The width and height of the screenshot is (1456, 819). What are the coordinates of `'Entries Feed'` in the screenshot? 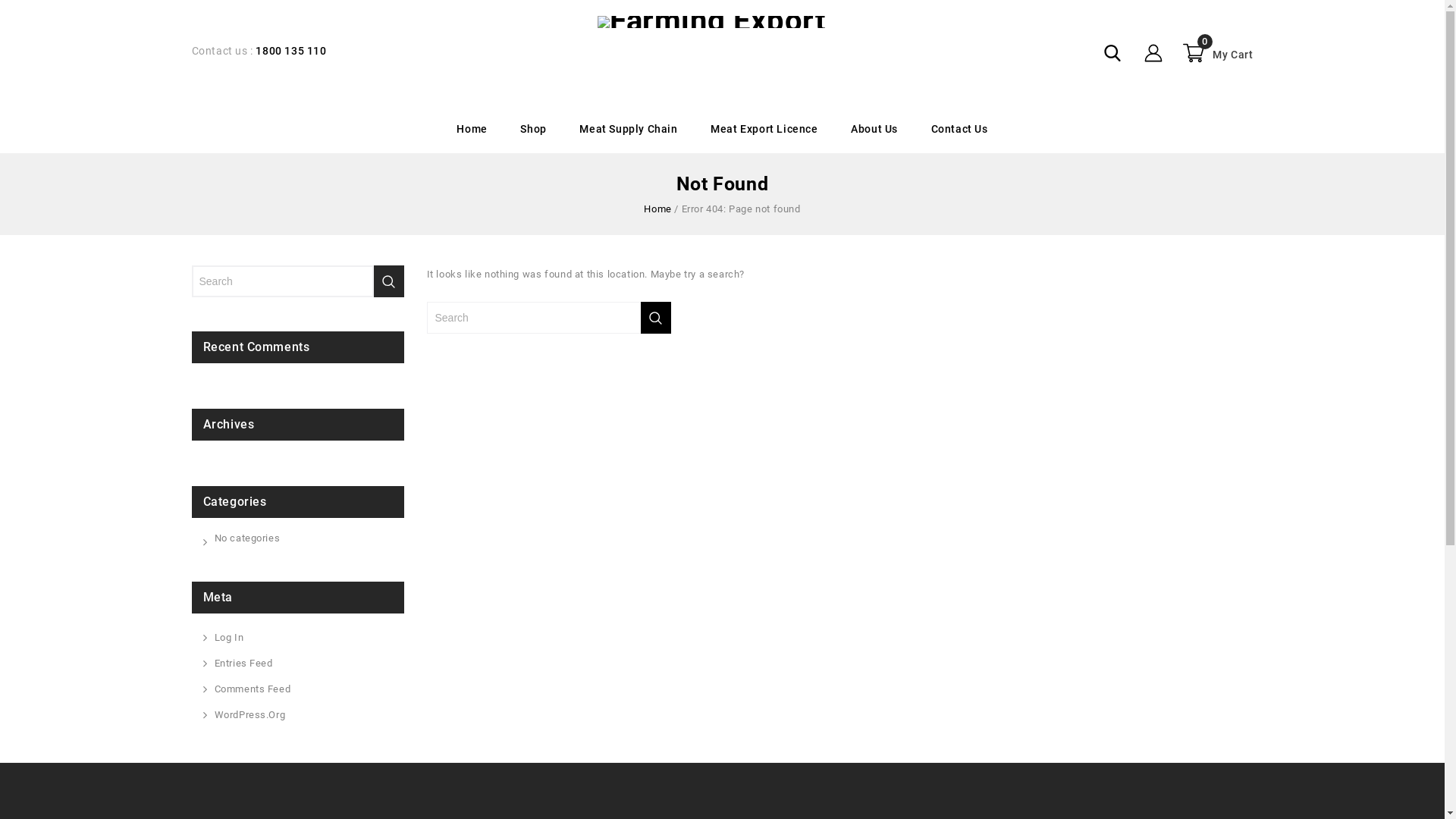 It's located at (243, 663).